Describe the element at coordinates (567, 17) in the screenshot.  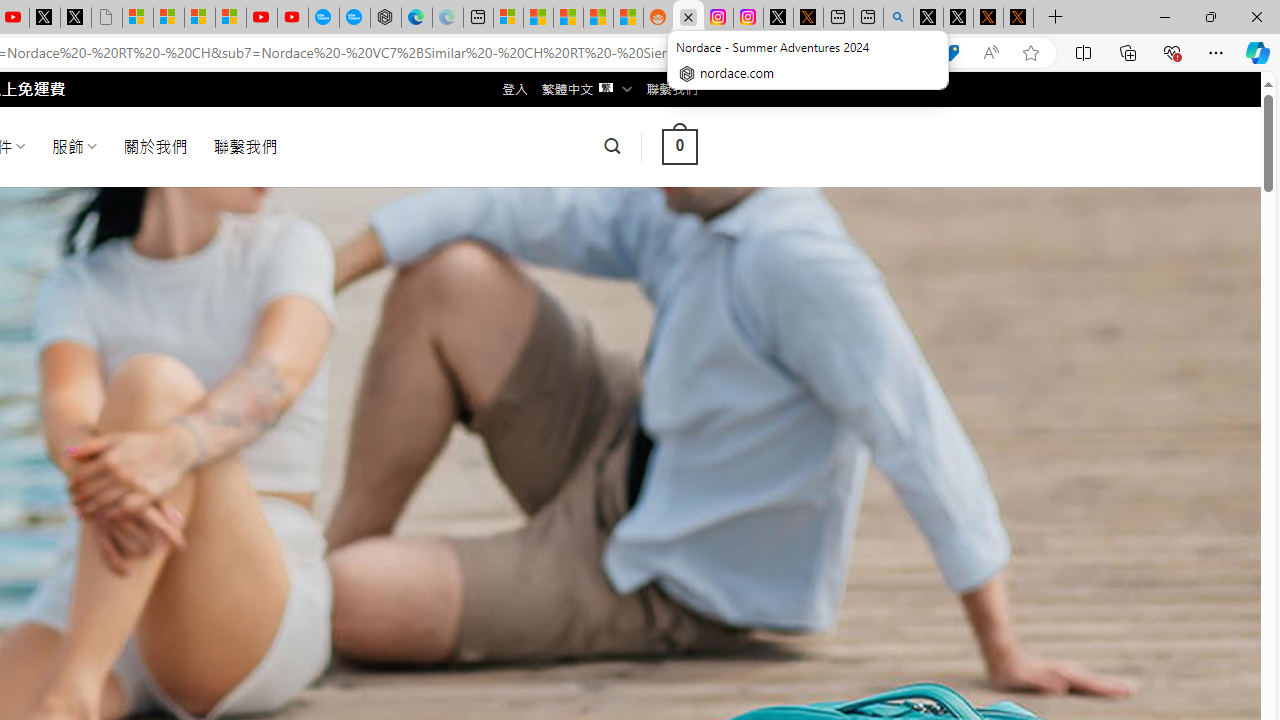
I see `'Shanghai, China hourly forecast | Microsoft Weather'` at that location.